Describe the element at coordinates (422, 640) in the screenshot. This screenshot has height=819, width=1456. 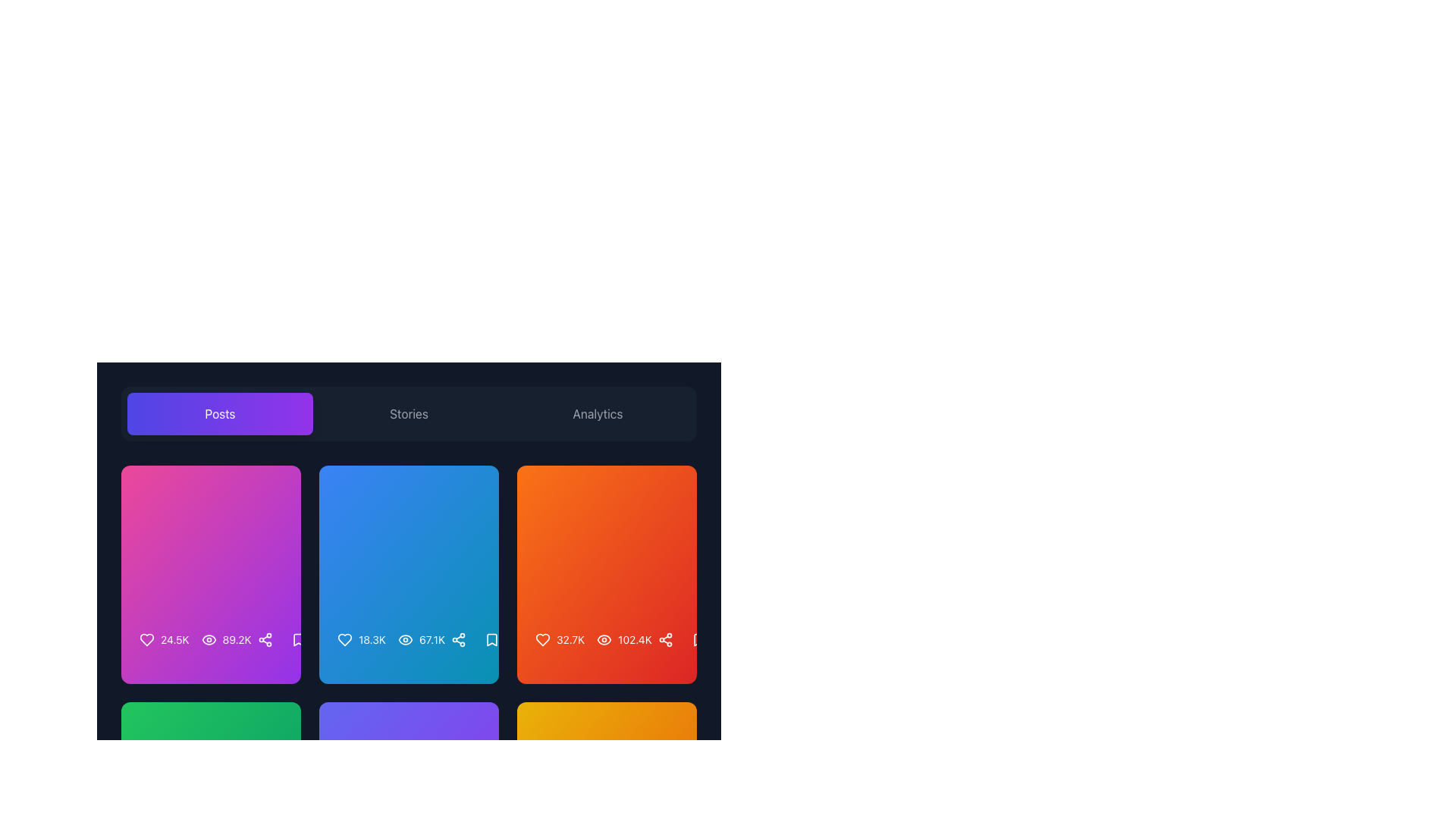
I see `the text label displaying the number of views or impressions, which is located in the second column of the second row of a card-like structure with a blue background` at that location.